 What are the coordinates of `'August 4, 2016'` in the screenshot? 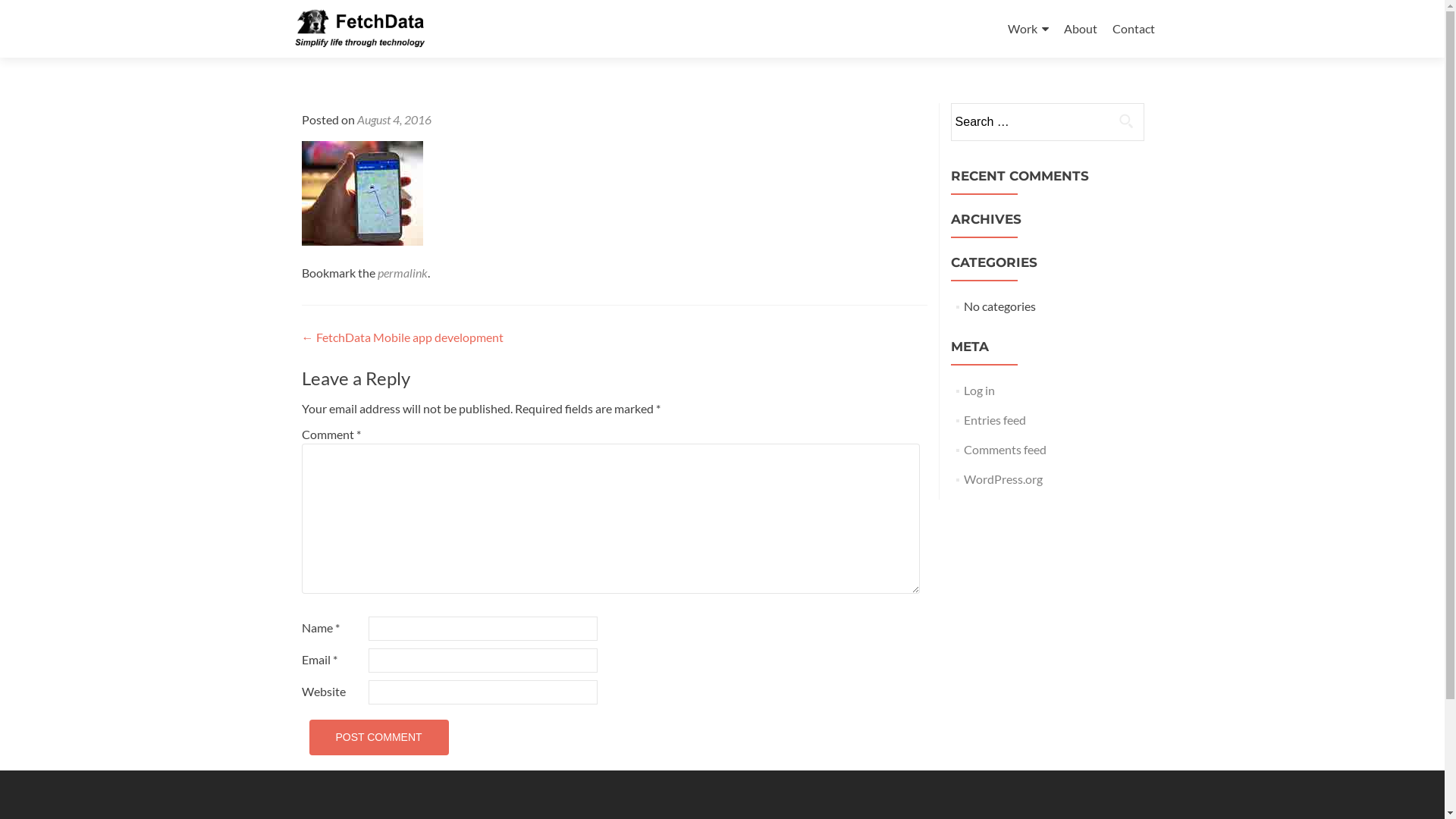 It's located at (393, 118).